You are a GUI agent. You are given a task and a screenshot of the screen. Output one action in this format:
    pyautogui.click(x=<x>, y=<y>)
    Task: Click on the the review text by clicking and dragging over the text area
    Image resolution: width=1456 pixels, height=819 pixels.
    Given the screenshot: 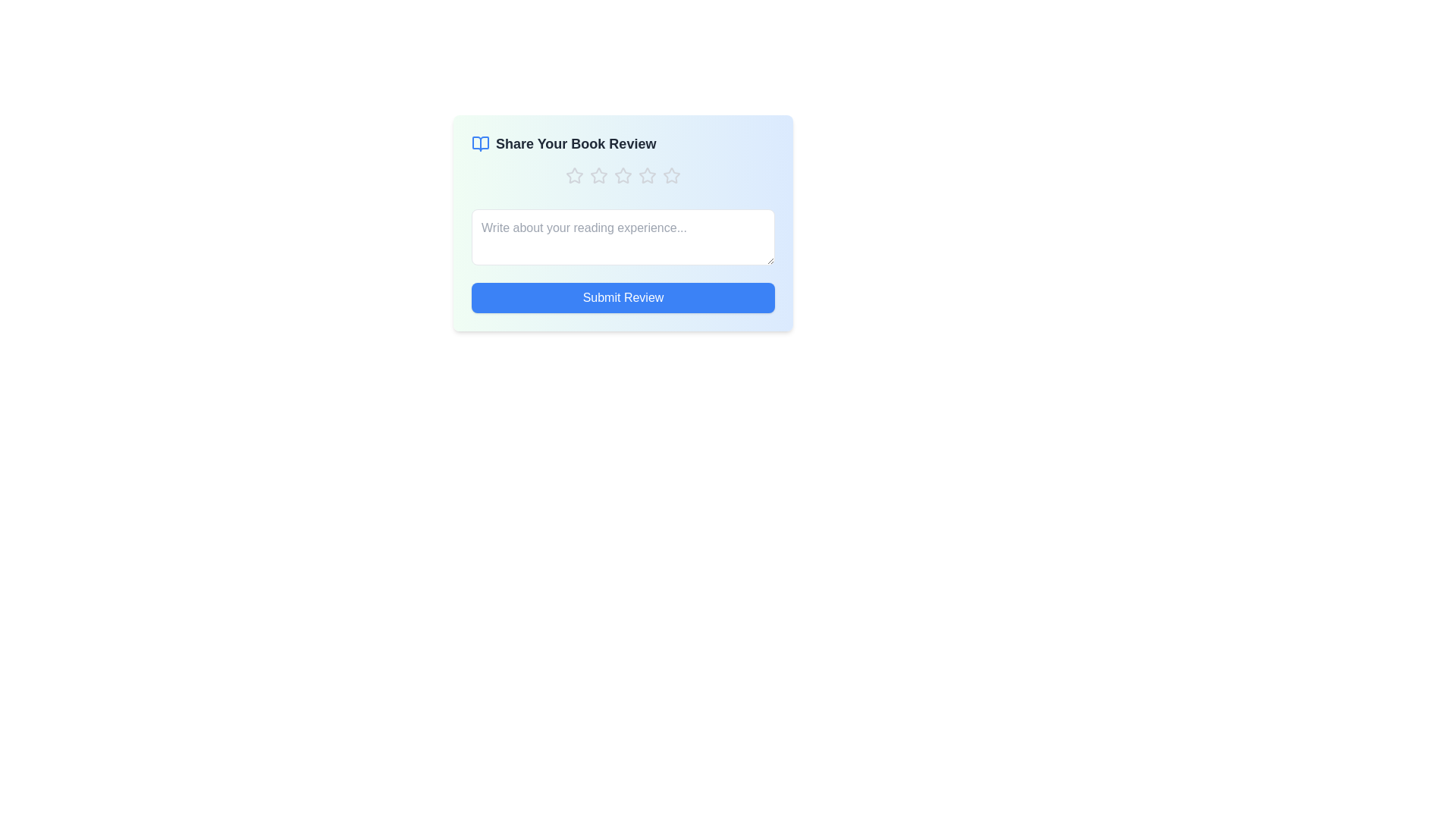 What is the action you would take?
    pyautogui.click(x=471, y=209)
    